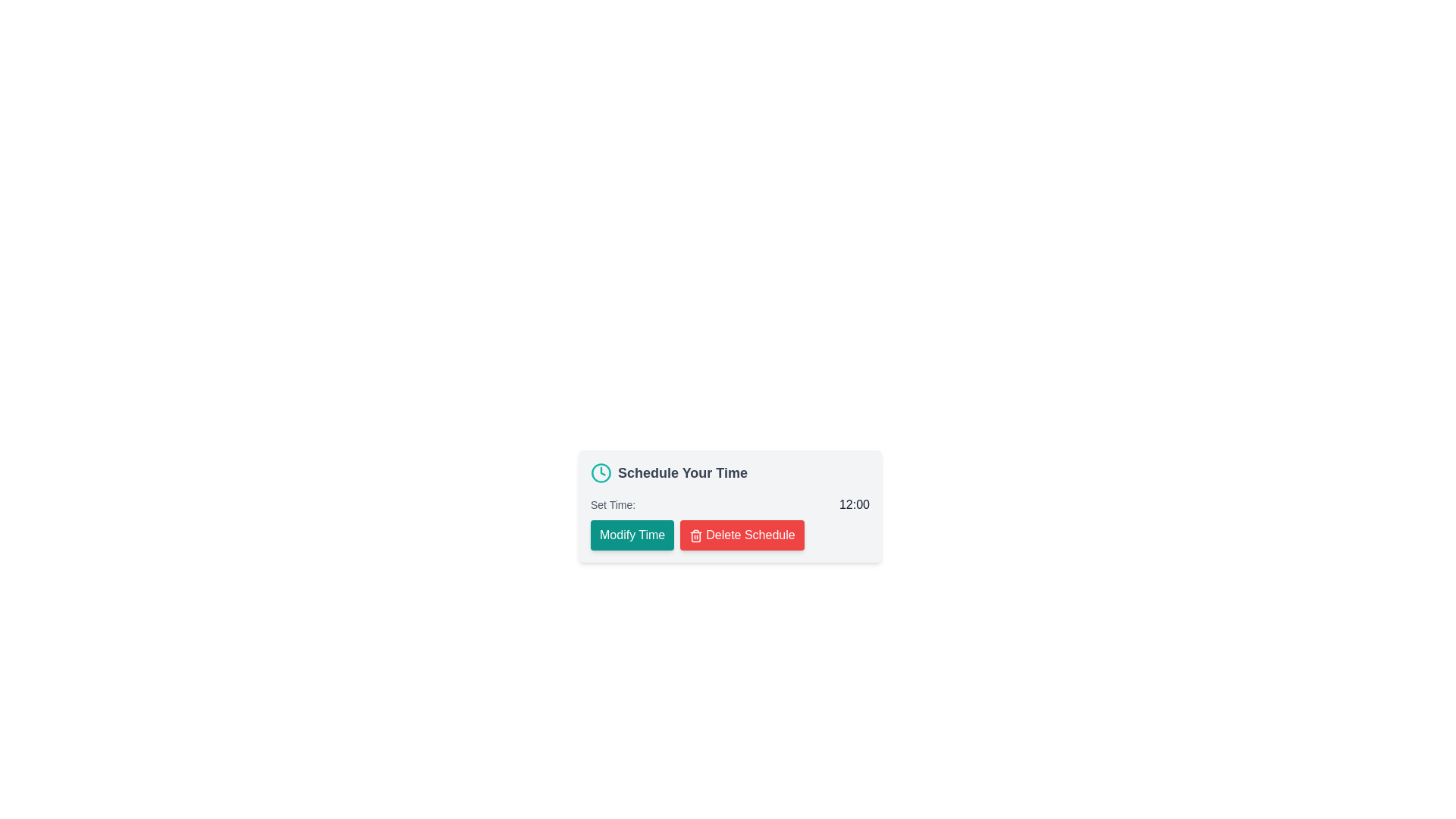  What do you see at coordinates (602, 470) in the screenshot?
I see `the minute hand represented by the polygonal icon within the SVG of the clock graphic` at bounding box center [602, 470].